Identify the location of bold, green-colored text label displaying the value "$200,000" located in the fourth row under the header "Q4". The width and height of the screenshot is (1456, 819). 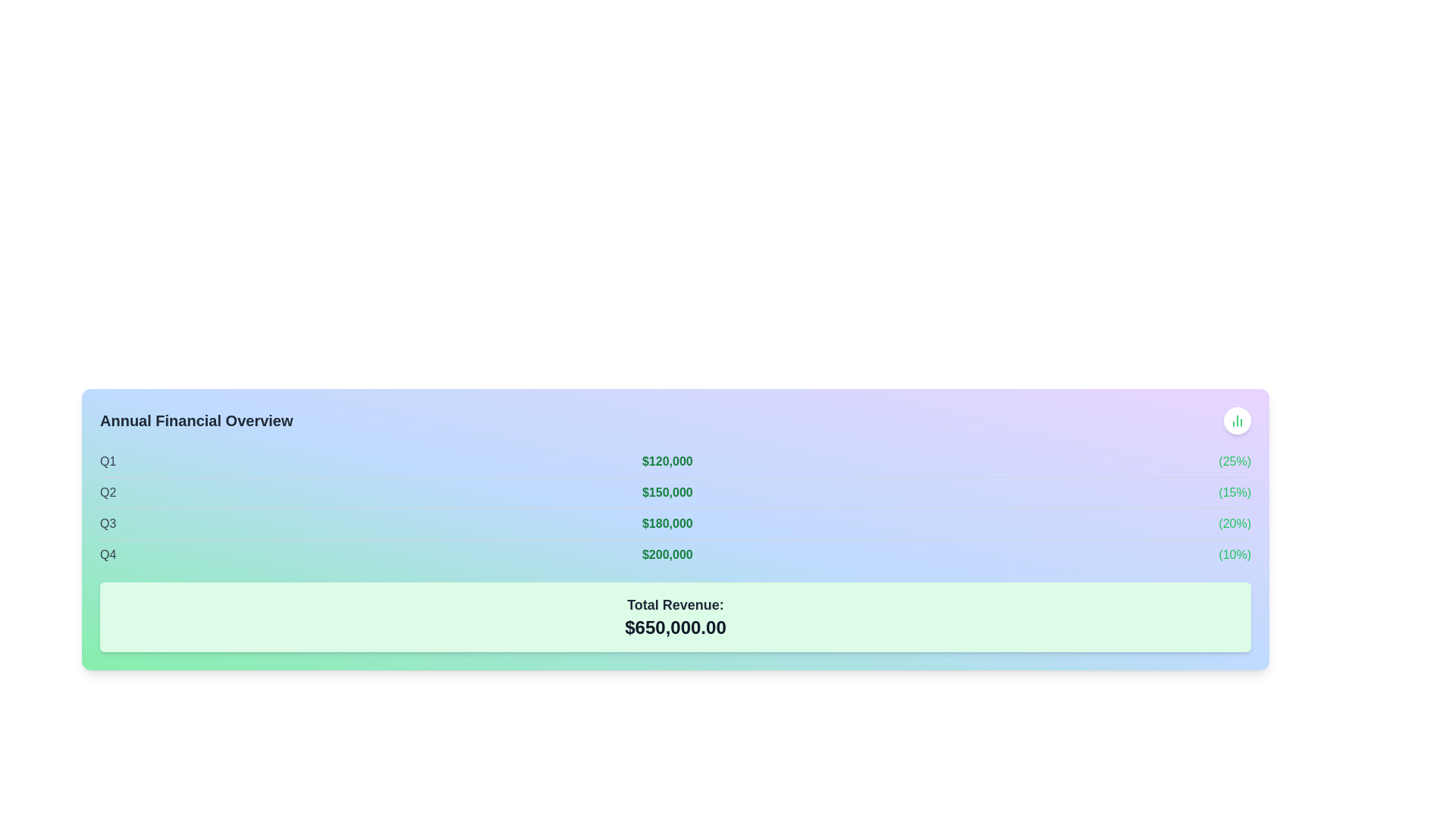
(667, 555).